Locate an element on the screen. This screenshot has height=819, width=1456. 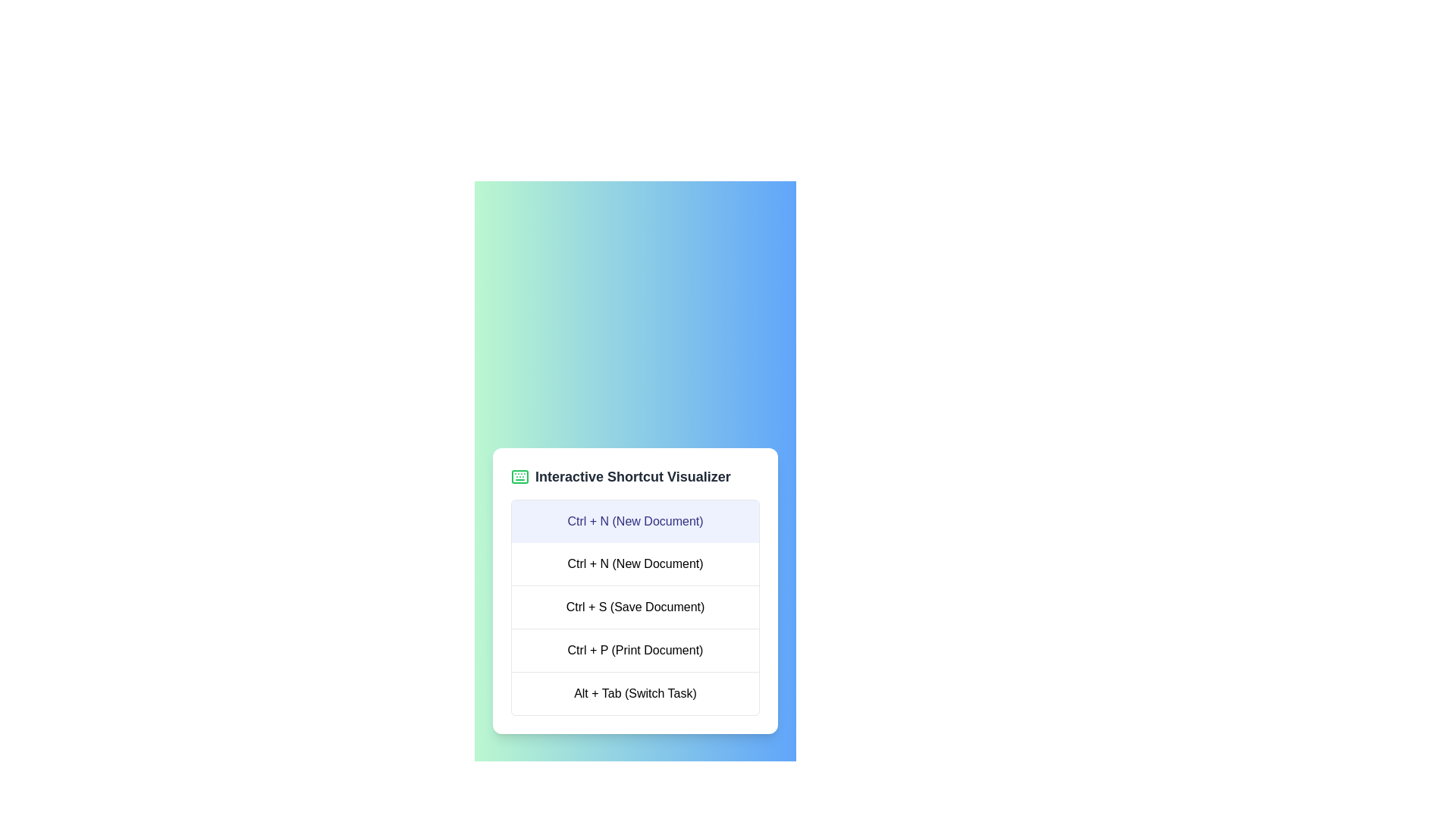
the third entry in the list that displays the shortcut 'Ctrl + S' and its description 'Save Document' in the Interactive Shortcut Visualizer is located at coordinates (635, 590).